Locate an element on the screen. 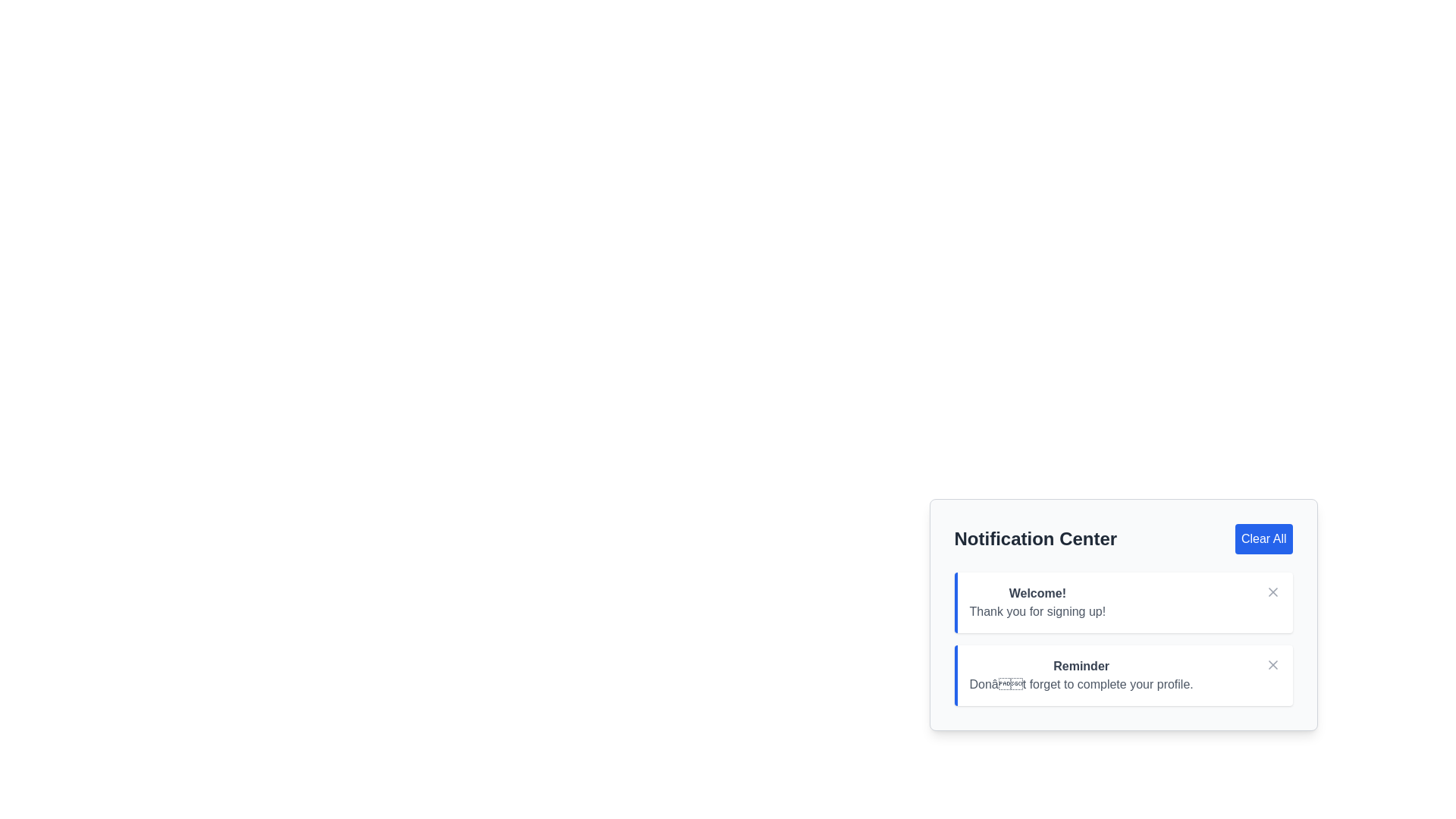 The width and height of the screenshot is (1456, 819). the Notification card that reminds the user to complete their profile, located in the bottom section of the notification list in the Notification Center is located at coordinates (1123, 675).